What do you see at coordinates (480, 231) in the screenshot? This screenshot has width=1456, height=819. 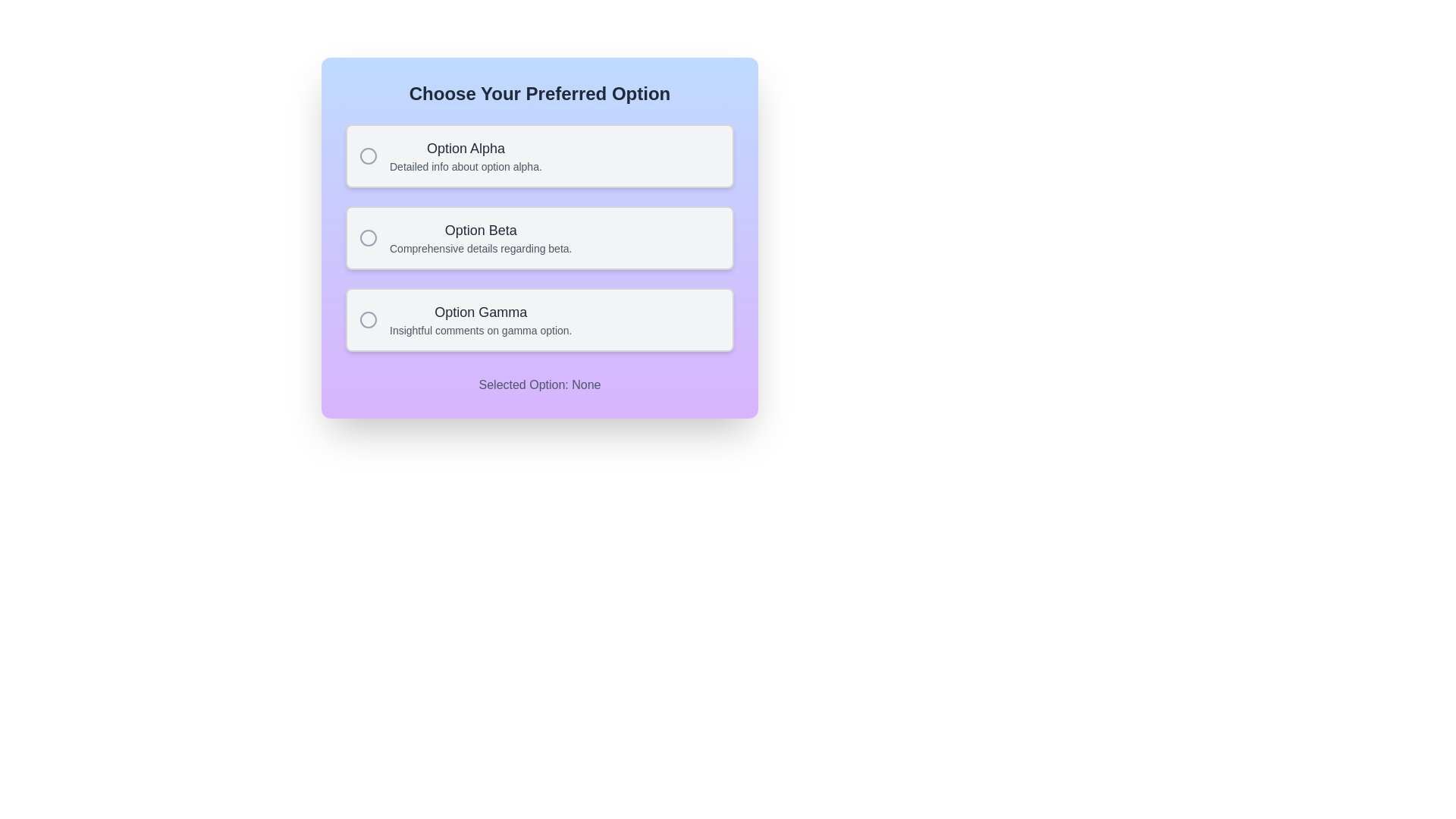 I see `the text label displaying 'Option Beta', which is a medium-sized, bold, dark gray font heading situated between 'Option Alpha' and 'Option Gamma' in a vertical list of selectable items` at bounding box center [480, 231].